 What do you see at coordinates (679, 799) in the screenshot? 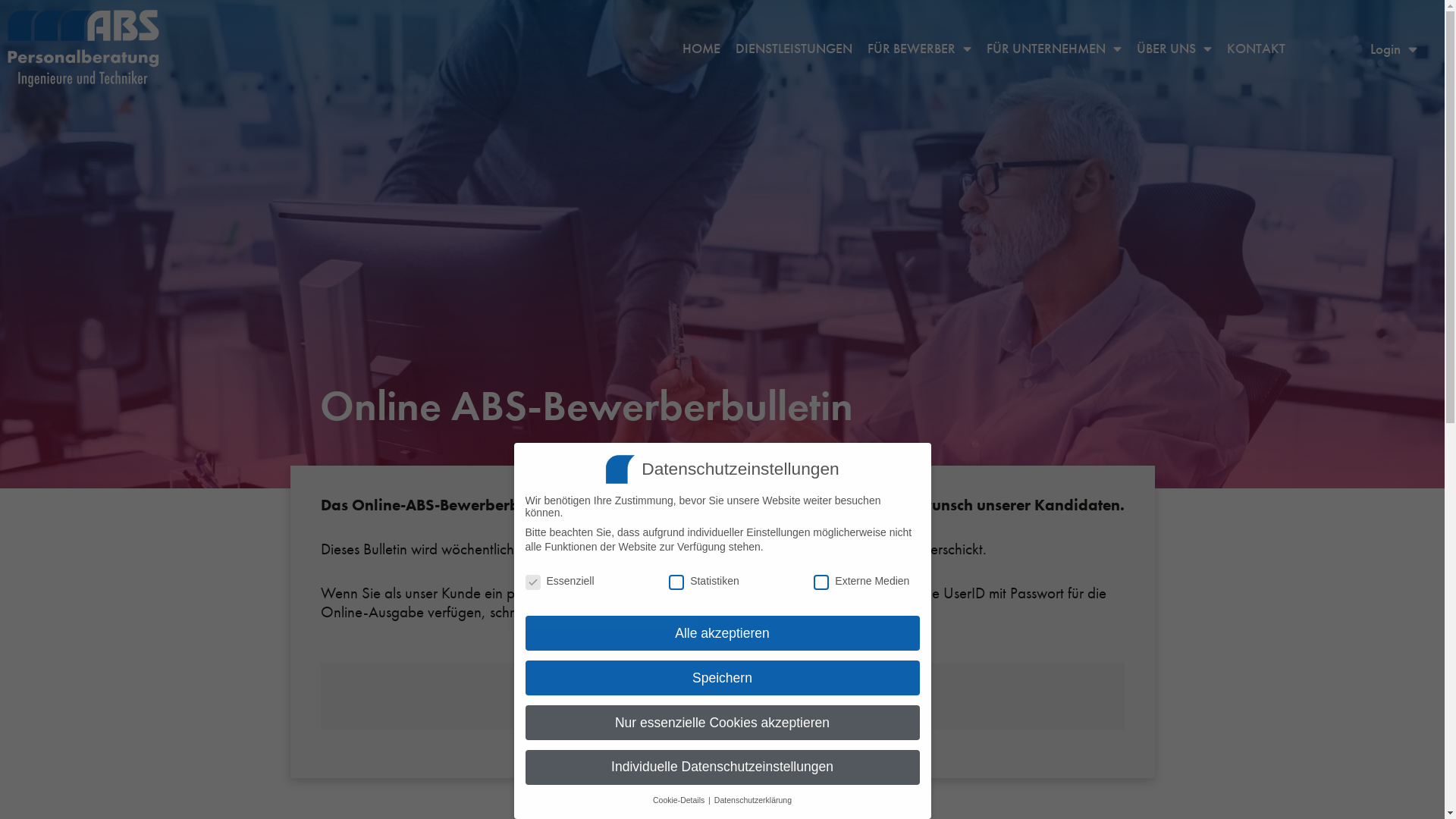
I see `'Cookie-Details'` at bounding box center [679, 799].